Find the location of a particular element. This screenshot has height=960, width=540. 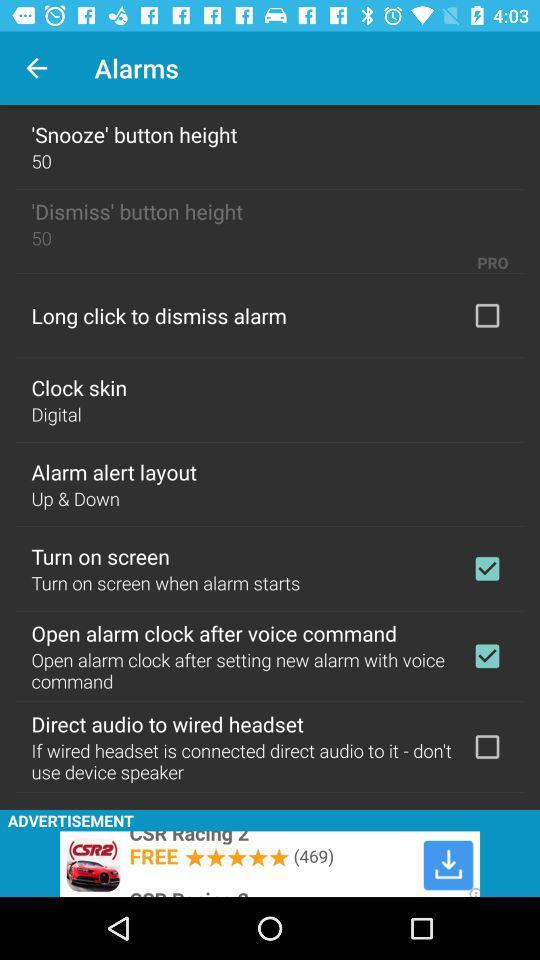

advertisement is located at coordinates (270, 863).